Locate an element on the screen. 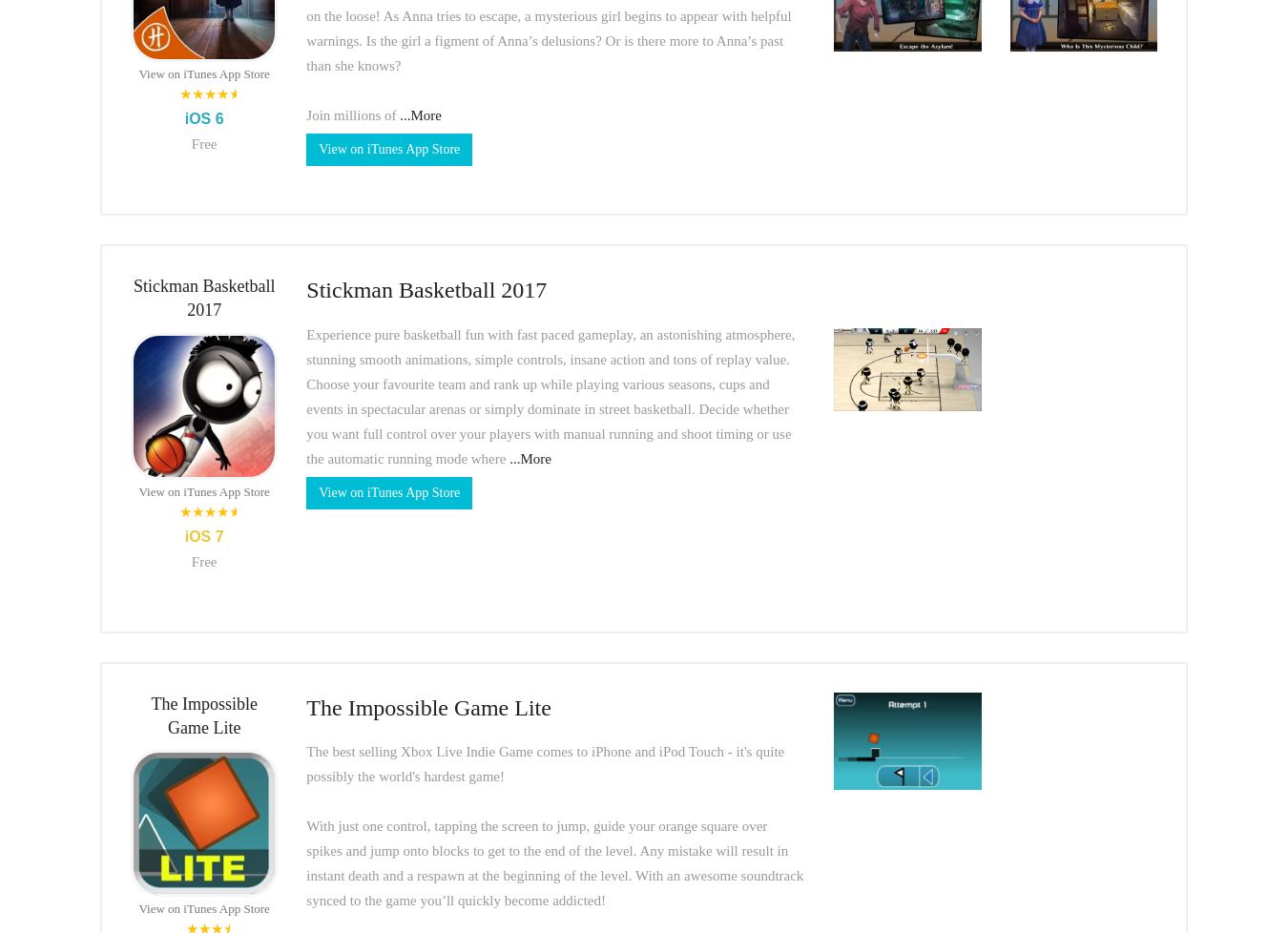 Image resolution: width=1288 pixels, height=933 pixels. 'iOS 6' is located at coordinates (203, 117).